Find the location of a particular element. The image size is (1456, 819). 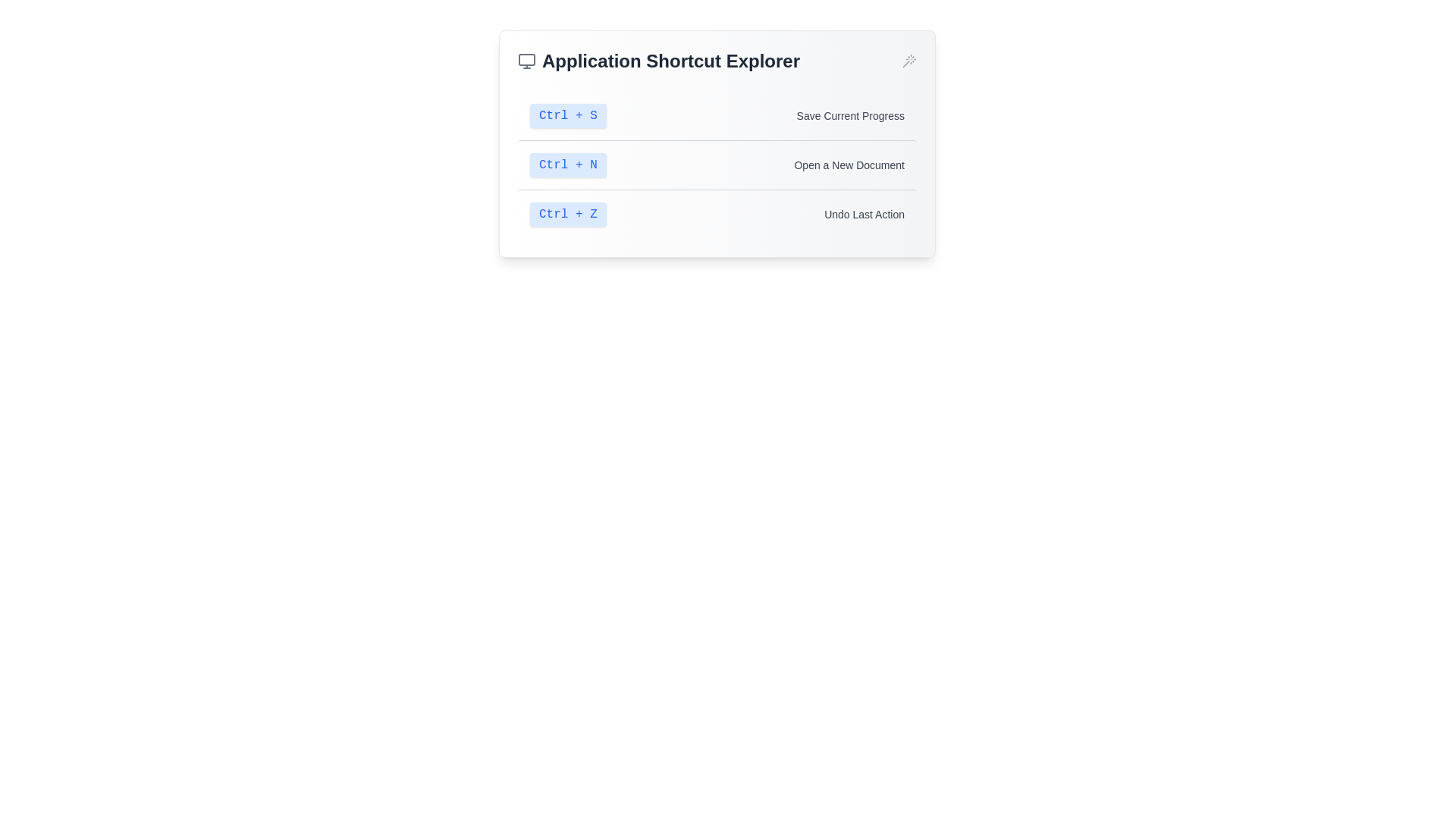

the decorative graphical element that forms part of the monitor icon located in the upper left corner of the application layout is located at coordinates (527, 58).